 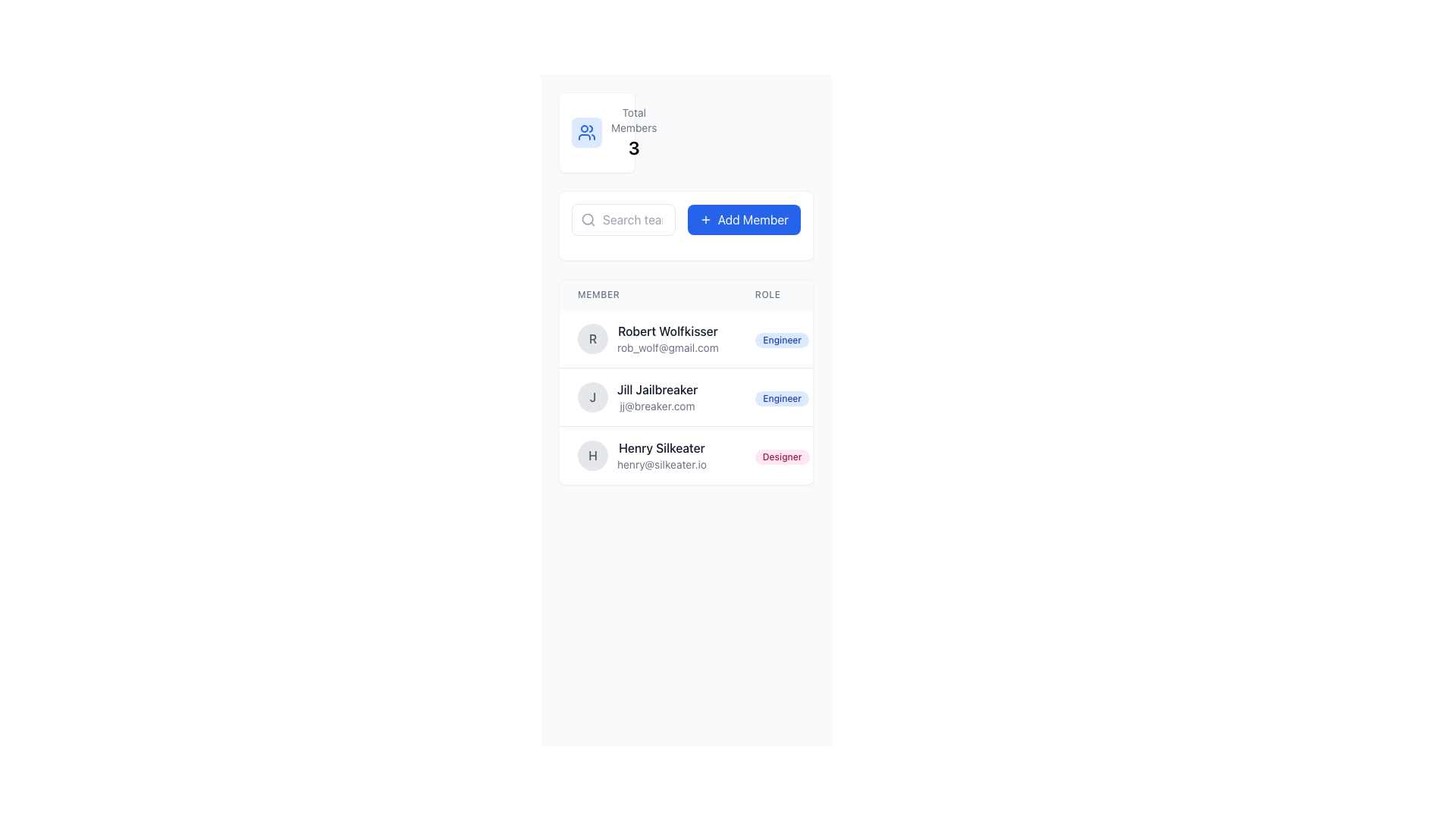 What do you see at coordinates (592, 338) in the screenshot?
I see `the avatar representing Robert Wolfkisser, which is located at the leftmost position in the information row` at bounding box center [592, 338].